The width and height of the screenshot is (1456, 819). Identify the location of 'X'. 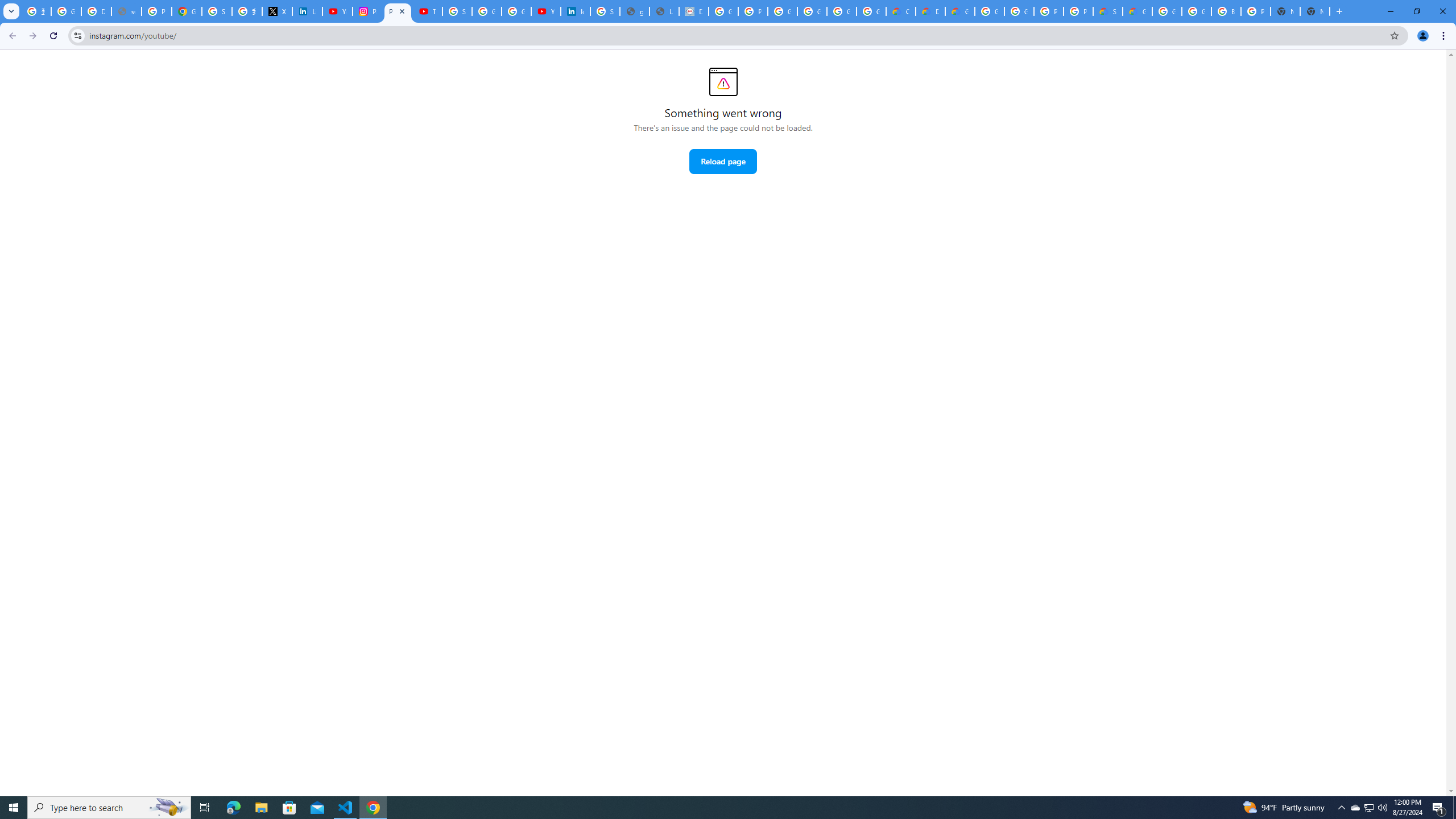
(276, 11).